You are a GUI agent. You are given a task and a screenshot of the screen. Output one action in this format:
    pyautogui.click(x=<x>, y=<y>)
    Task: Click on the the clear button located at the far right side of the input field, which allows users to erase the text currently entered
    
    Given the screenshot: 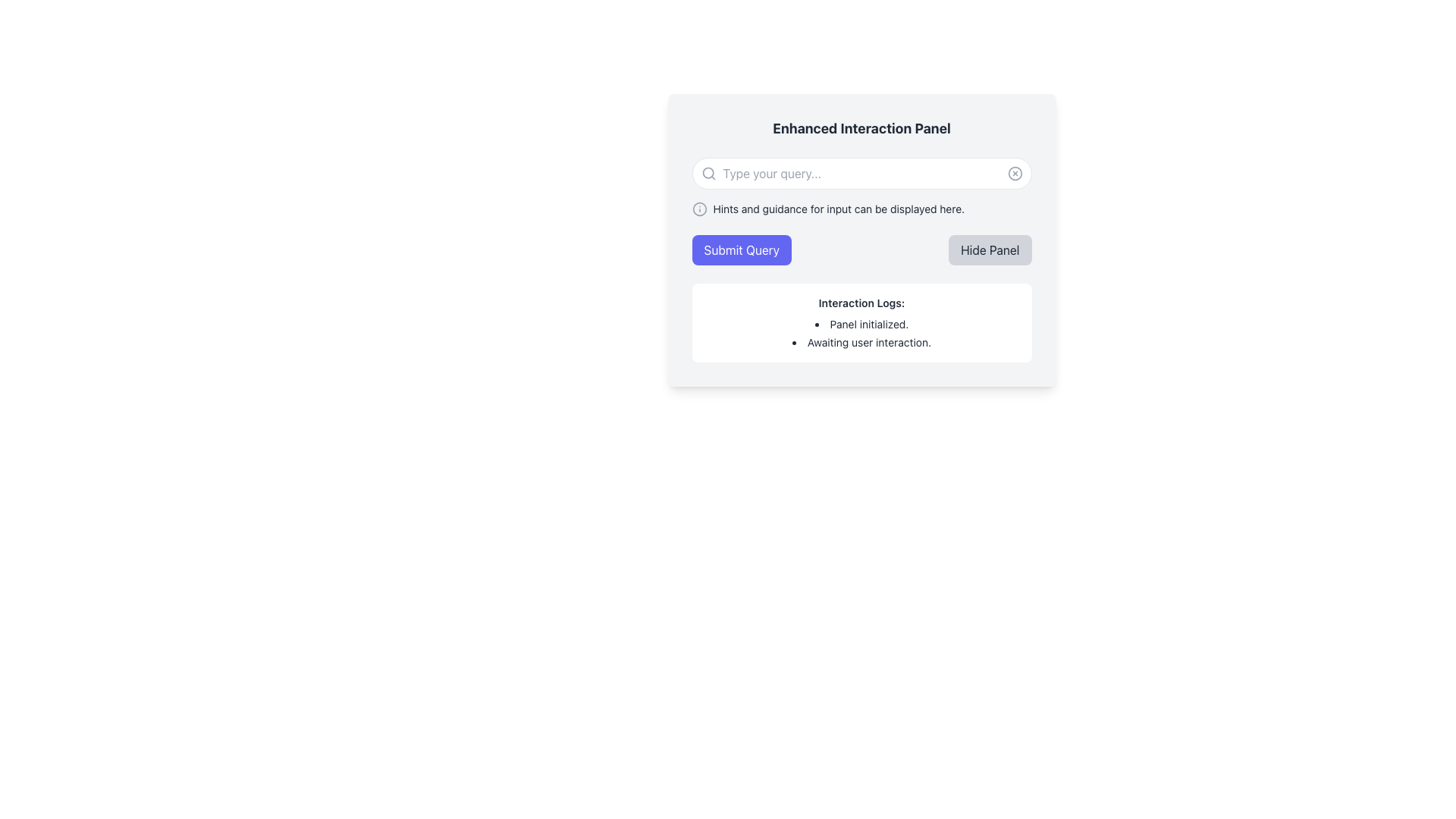 What is the action you would take?
    pyautogui.click(x=1015, y=172)
    